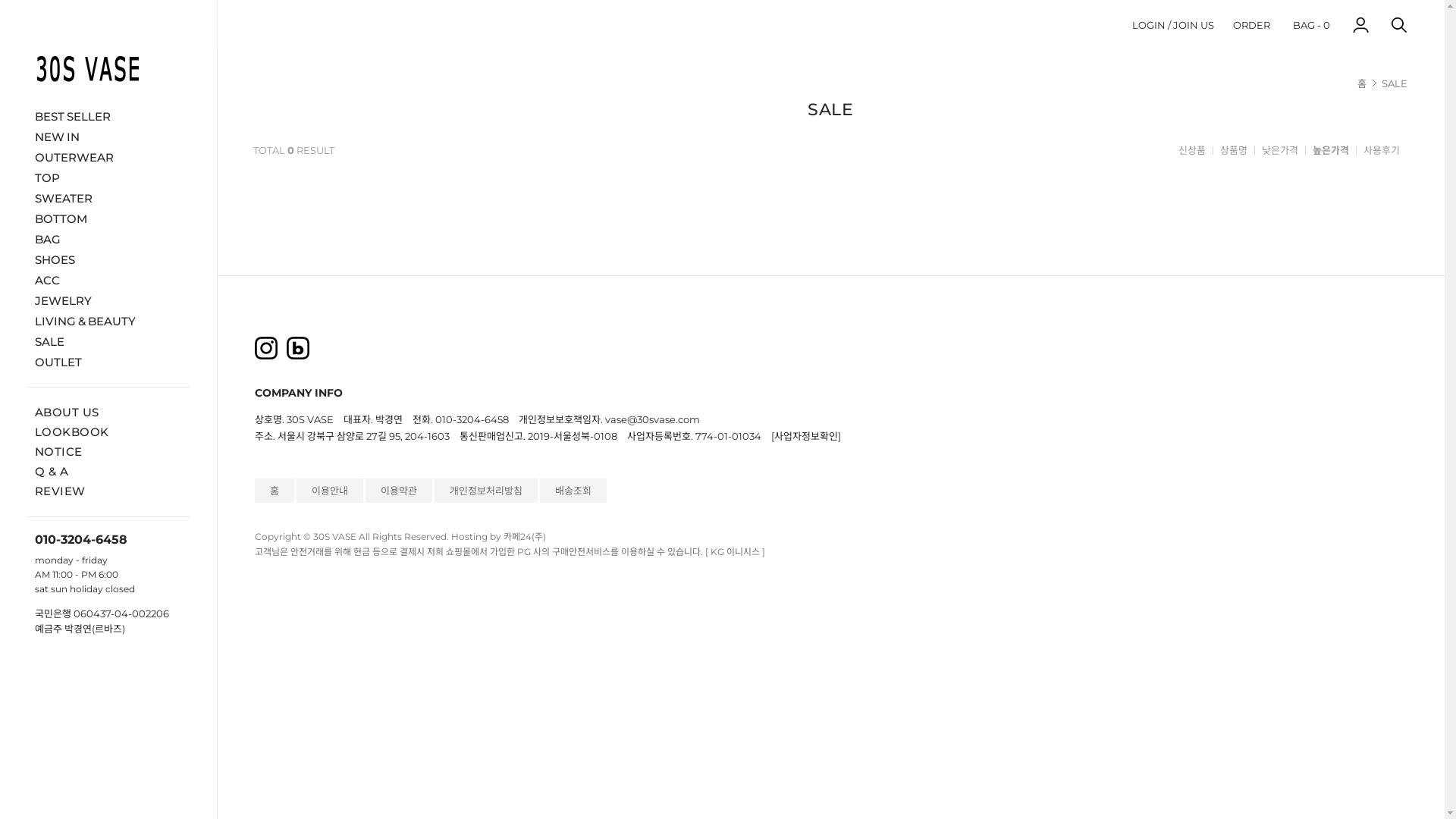 The height and width of the screenshot is (819, 1456). What do you see at coordinates (71, 431) in the screenshot?
I see `'LOOKBOOK'` at bounding box center [71, 431].